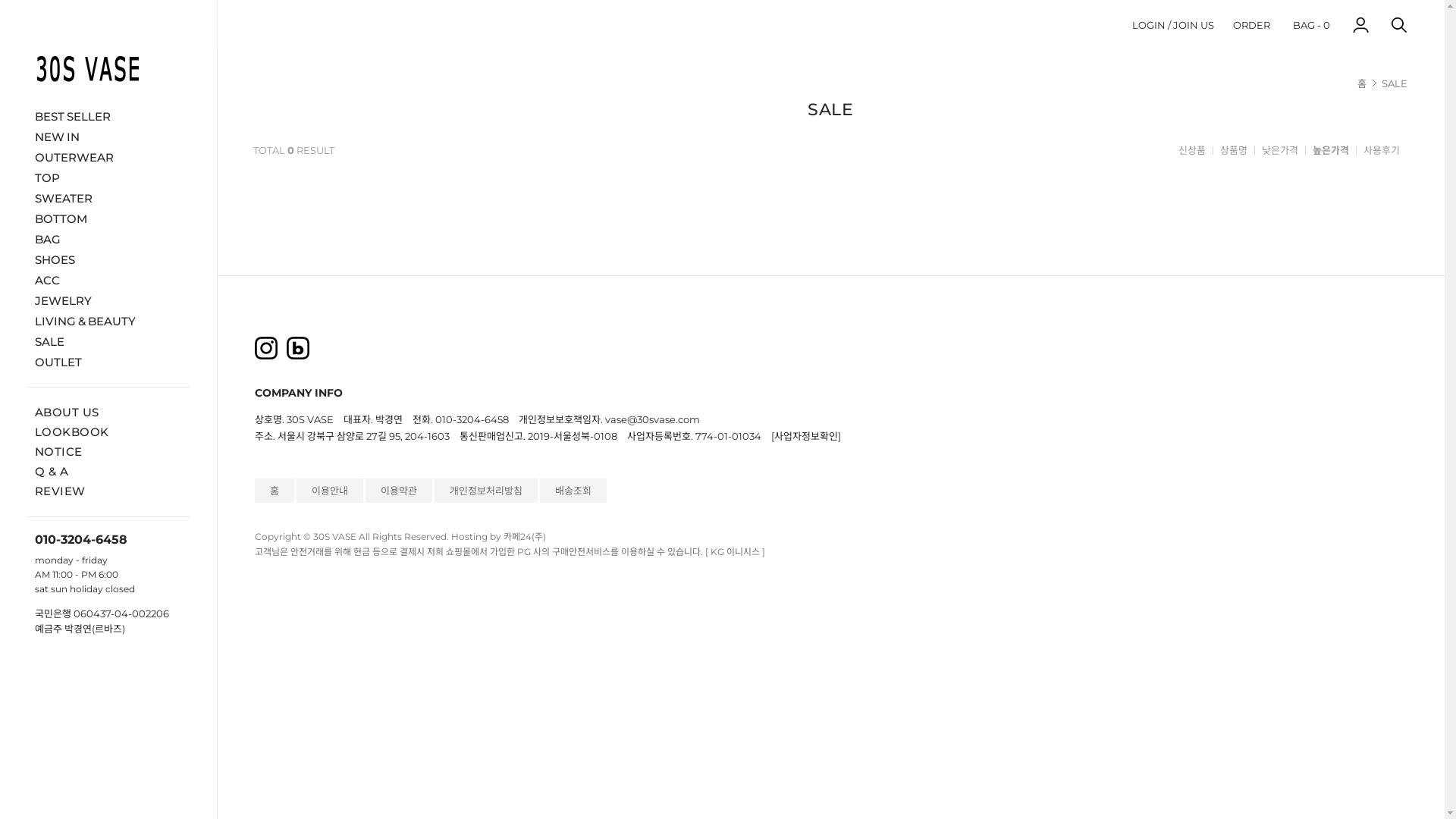 The height and width of the screenshot is (819, 1456). What do you see at coordinates (71, 431) in the screenshot?
I see `'LOOKBOOK'` at bounding box center [71, 431].